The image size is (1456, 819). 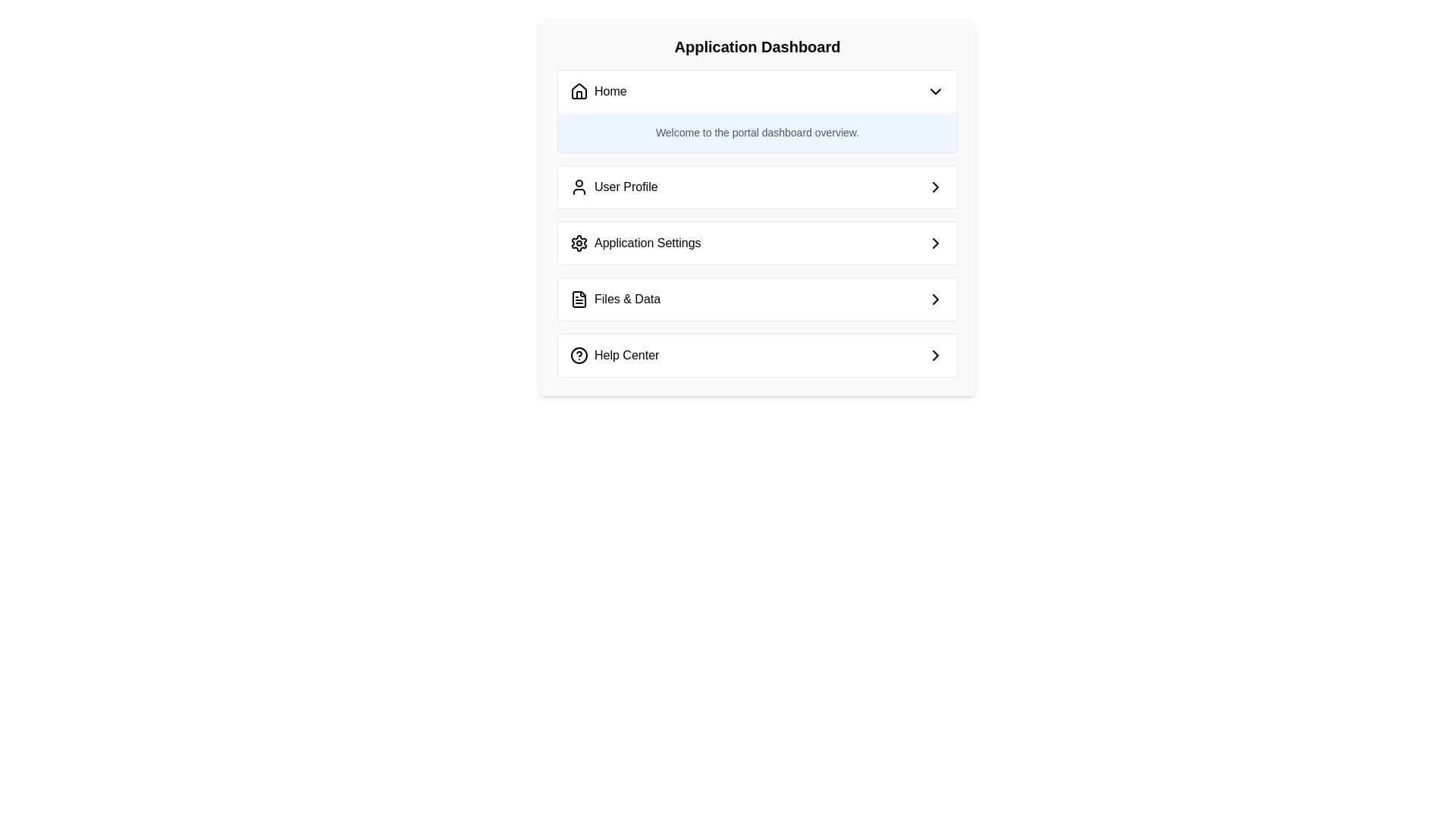 What do you see at coordinates (934, 356) in the screenshot?
I see `the small, right-facing chevron icon located in the far-right portion of the 'Help Center' item under the 'Application Dashboard' section` at bounding box center [934, 356].